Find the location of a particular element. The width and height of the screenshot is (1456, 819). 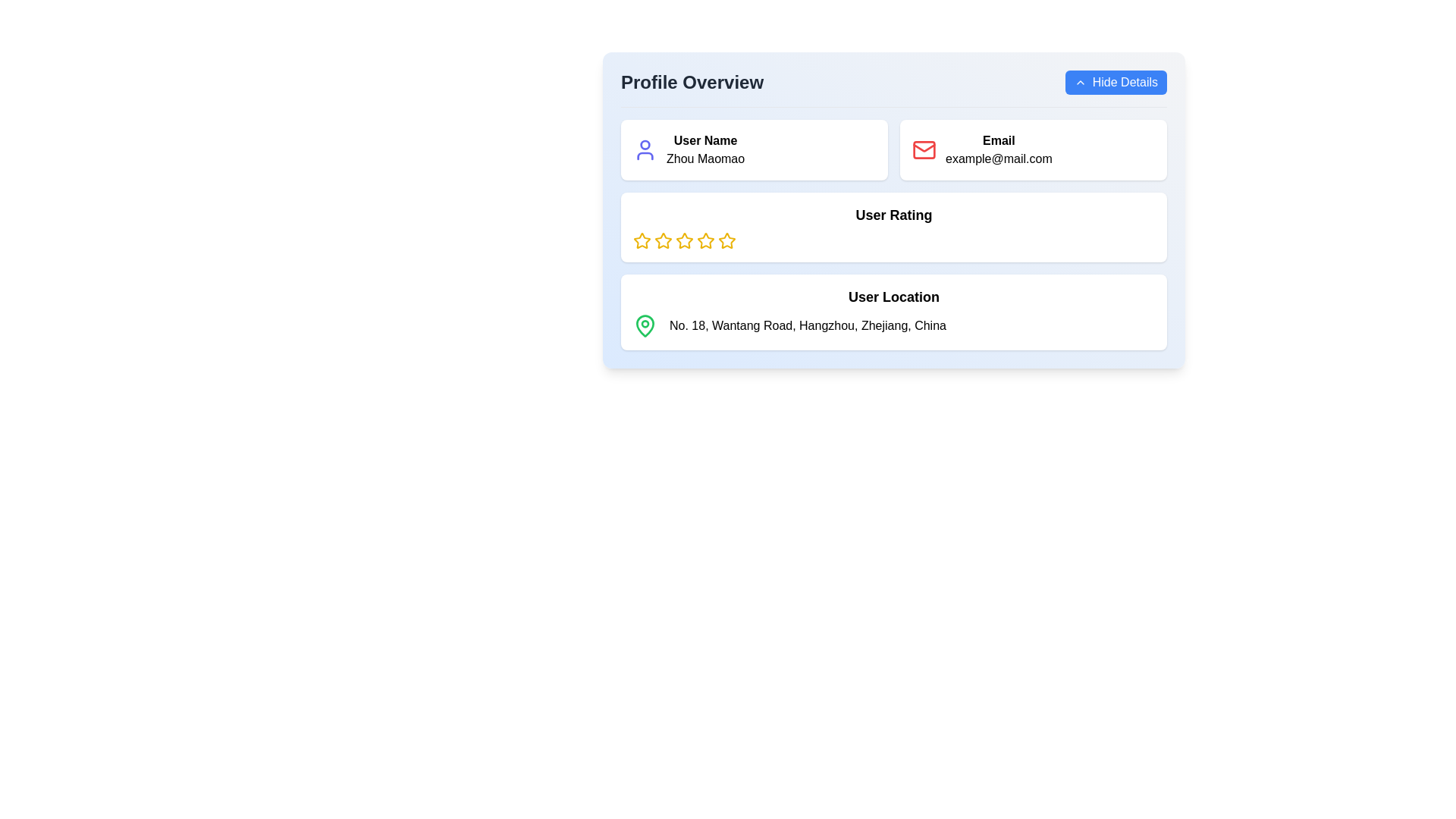

on the fourth star icon in the 'User Rating' section is located at coordinates (705, 240).